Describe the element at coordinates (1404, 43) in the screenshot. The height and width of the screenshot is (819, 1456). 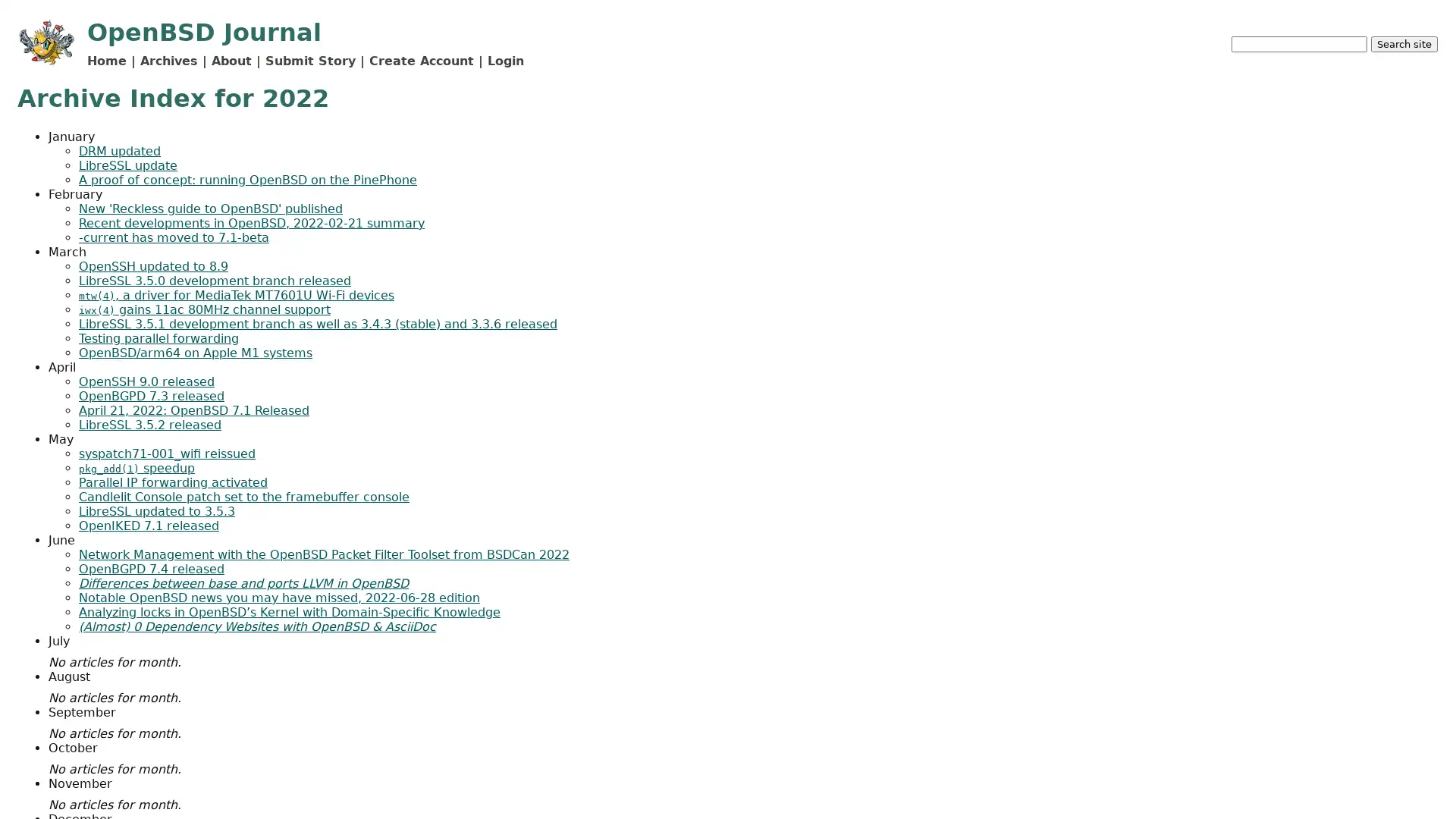
I see `Search site` at that location.